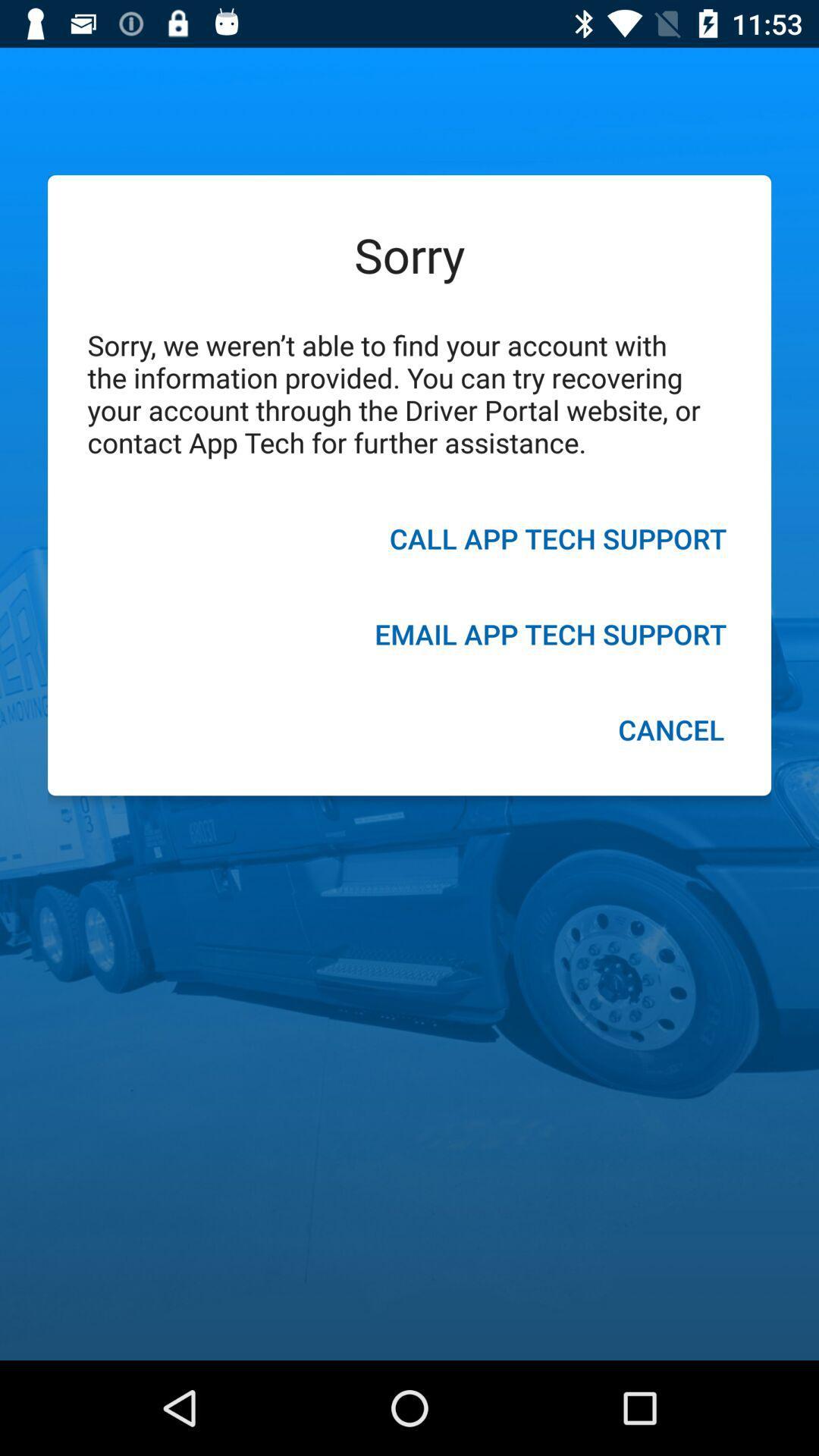 The width and height of the screenshot is (819, 1456). What do you see at coordinates (670, 732) in the screenshot?
I see `cancel item` at bounding box center [670, 732].